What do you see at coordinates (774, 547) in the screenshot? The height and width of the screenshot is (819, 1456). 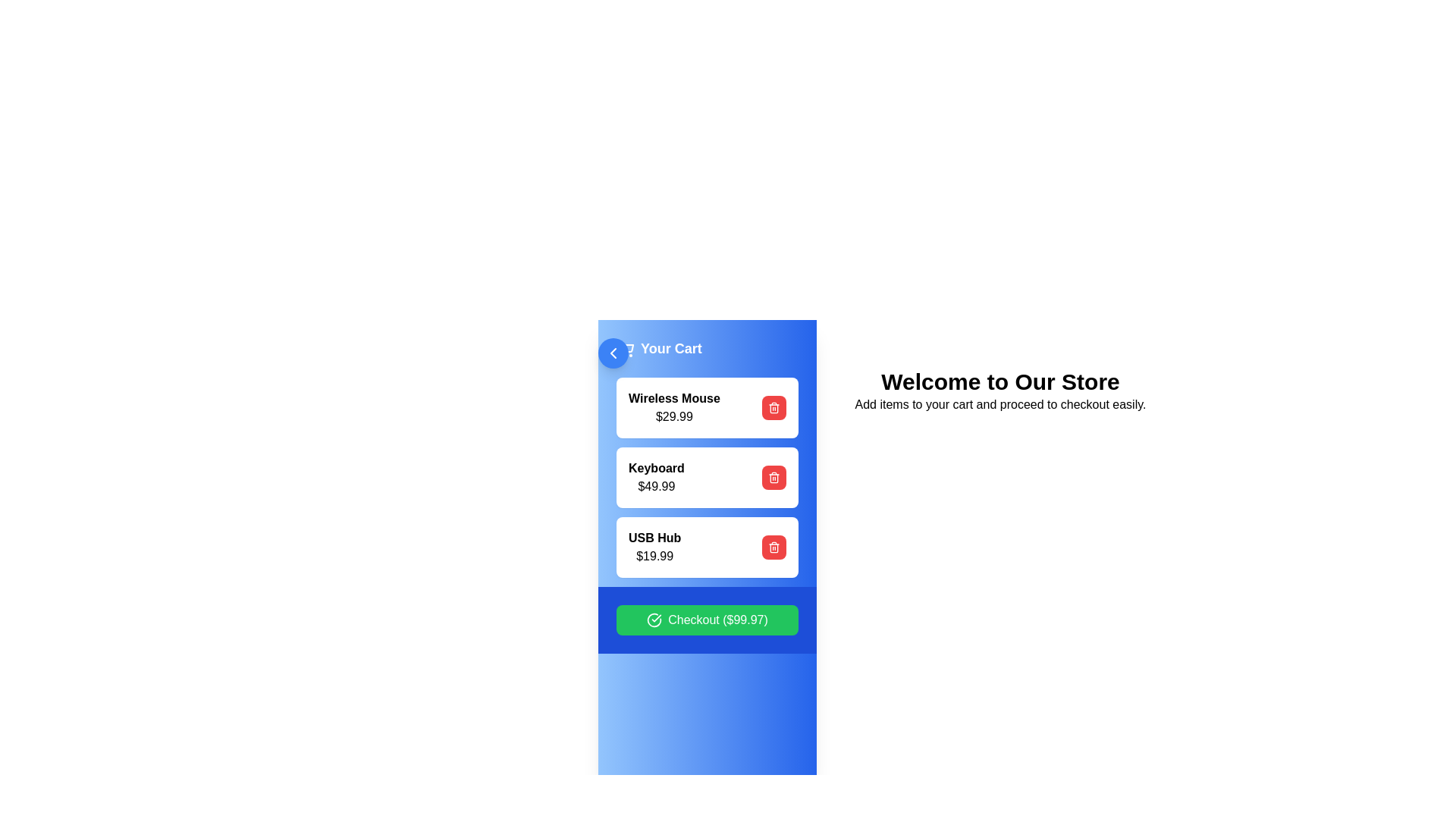 I see `the red circular delete button with a white trash can icon located on the right side of the 'USB Hub - $19.99' row in the shopping cart list to possibly reveal a tooltip or additional information` at bounding box center [774, 547].